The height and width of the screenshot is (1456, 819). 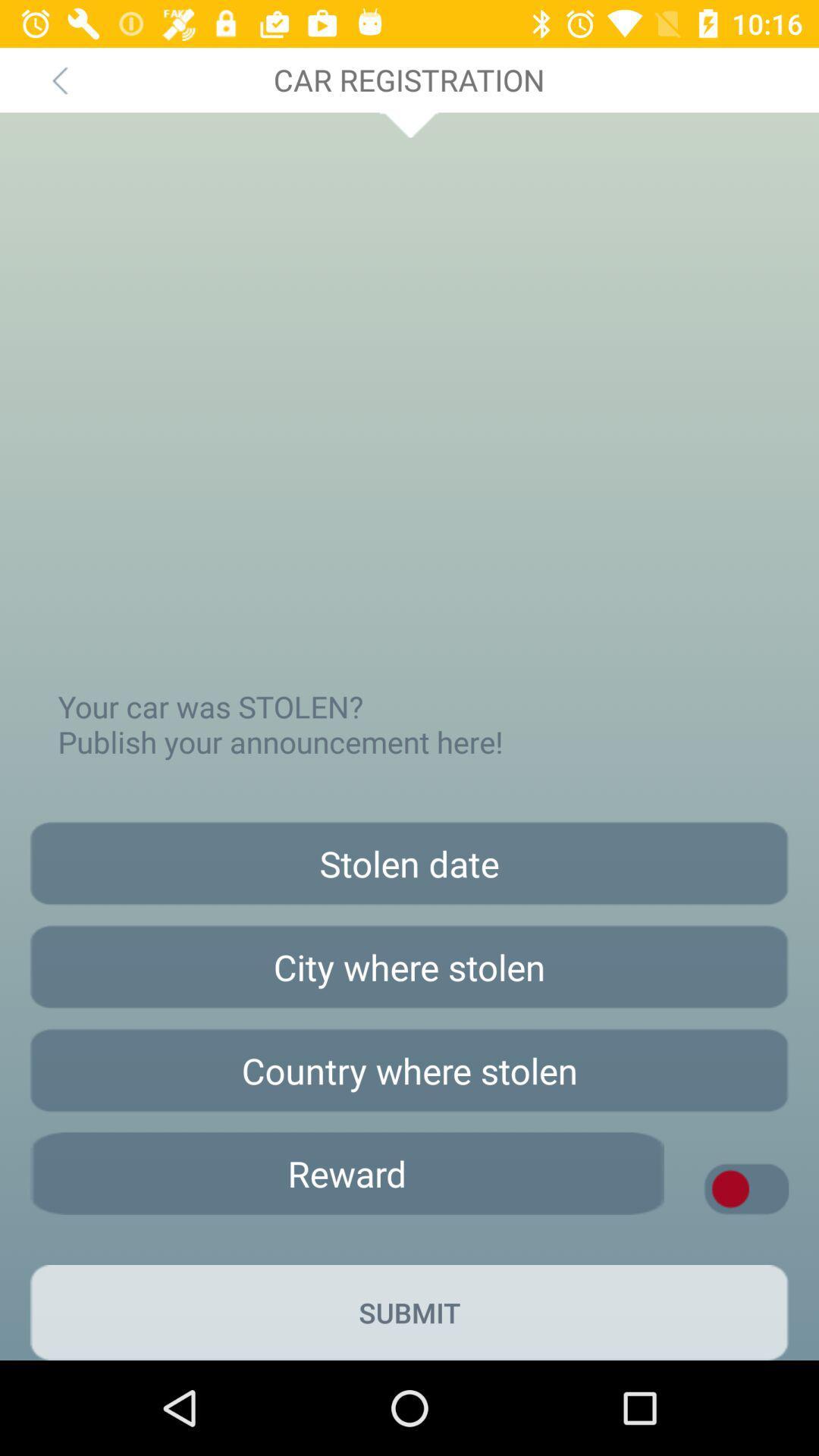 What do you see at coordinates (409, 1312) in the screenshot?
I see `submit` at bounding box center [409, 1312].